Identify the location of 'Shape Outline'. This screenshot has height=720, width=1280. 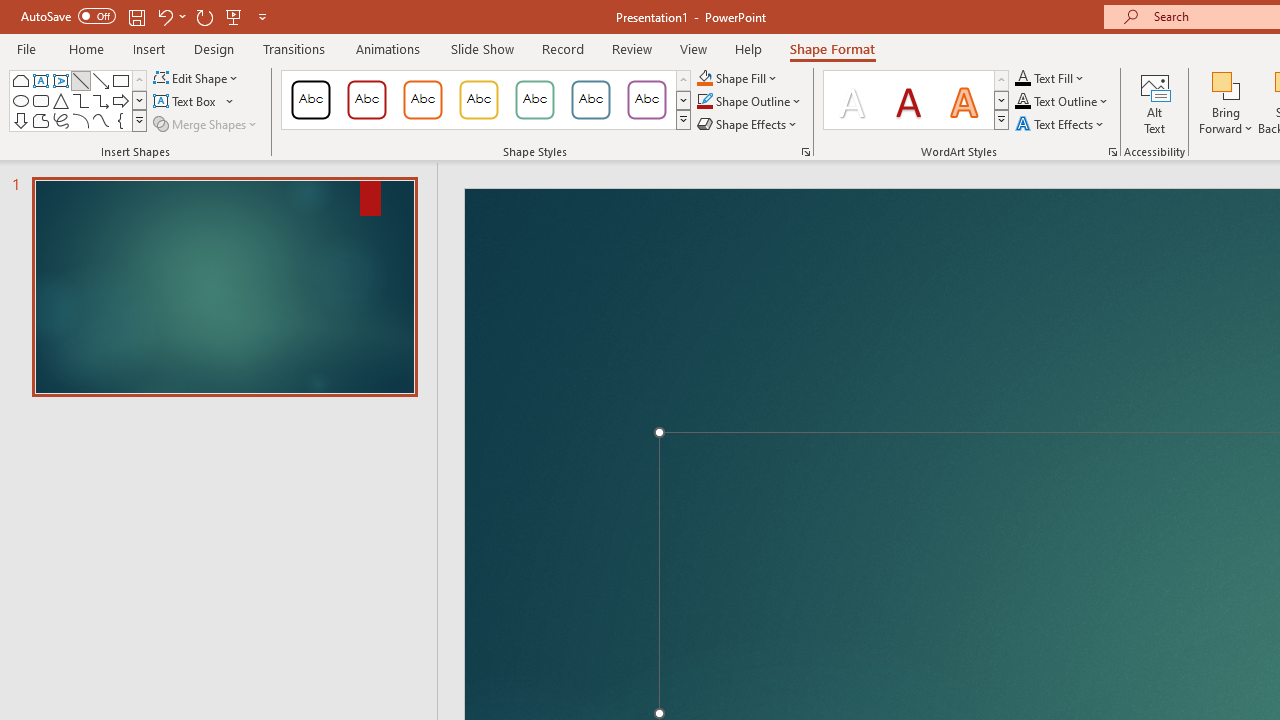
(749, 101).